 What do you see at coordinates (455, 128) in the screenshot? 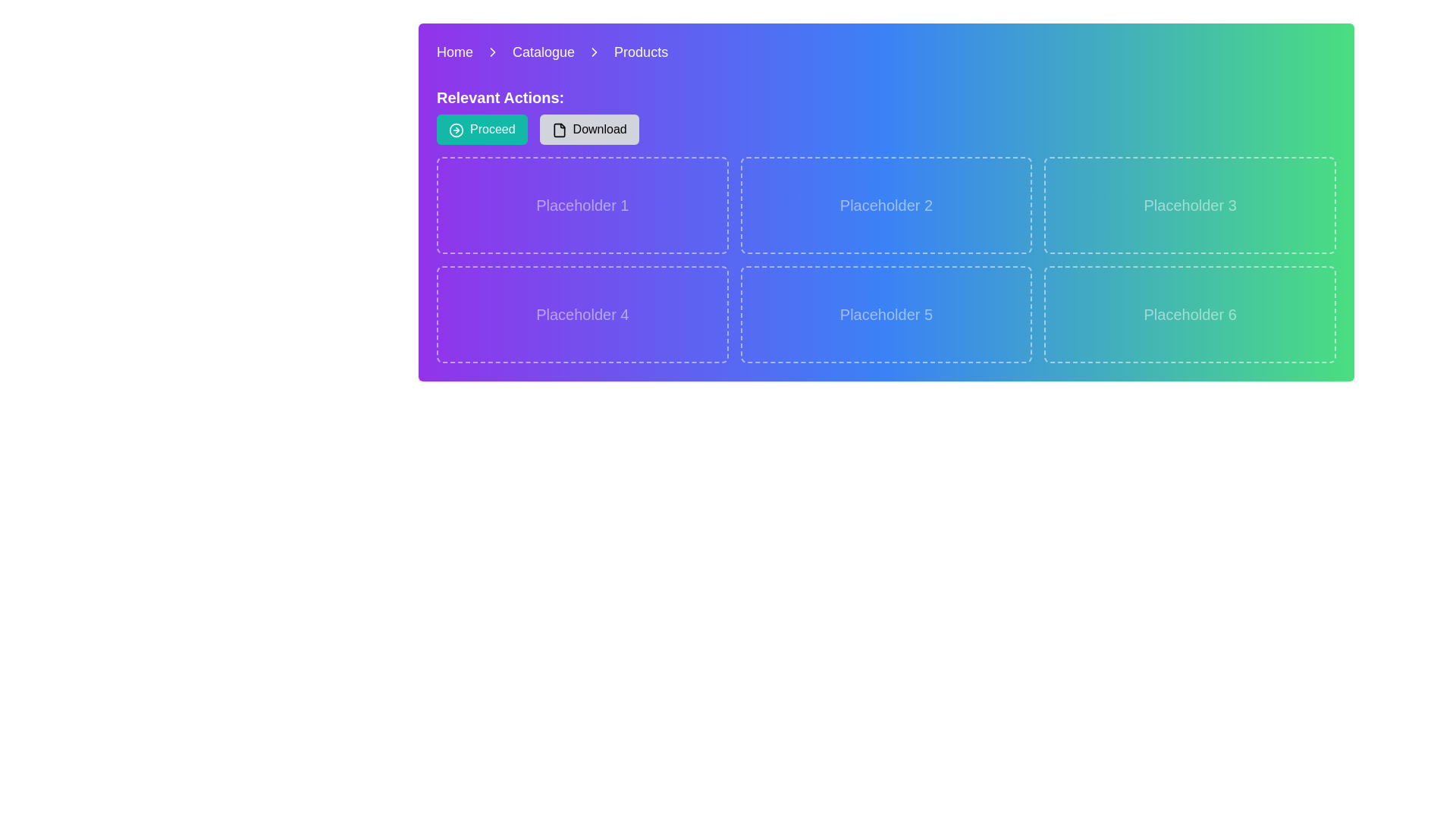
I see `the decorative SVG icon associated with the 'Proceed' button, located at the top left of the interface, near its left edge` at bounding box center [455, 128].